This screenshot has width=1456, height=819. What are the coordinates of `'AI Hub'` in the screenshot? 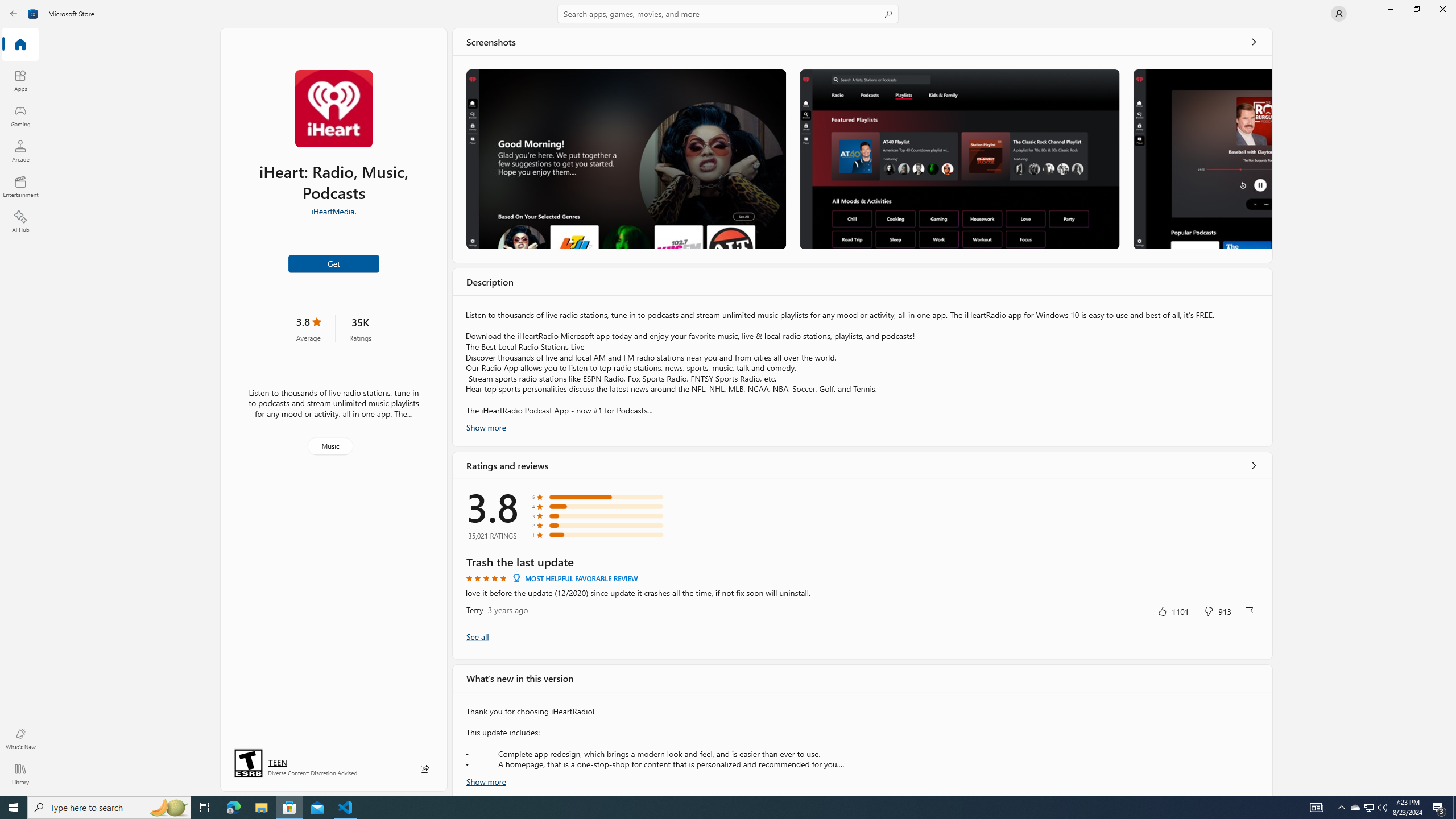 It's located at (19, 221).